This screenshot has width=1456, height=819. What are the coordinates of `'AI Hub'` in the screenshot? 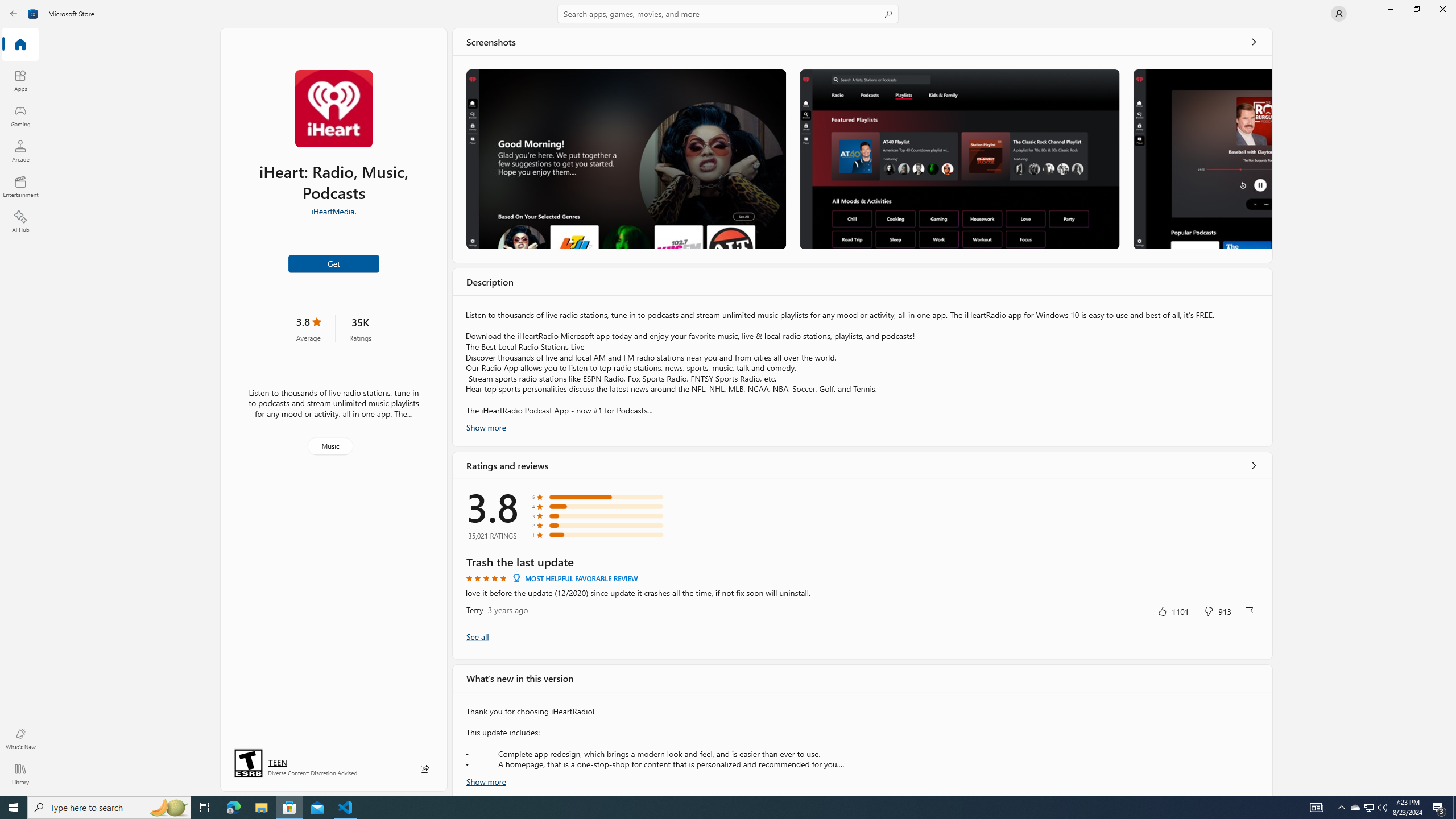 It's located at (19, 221).